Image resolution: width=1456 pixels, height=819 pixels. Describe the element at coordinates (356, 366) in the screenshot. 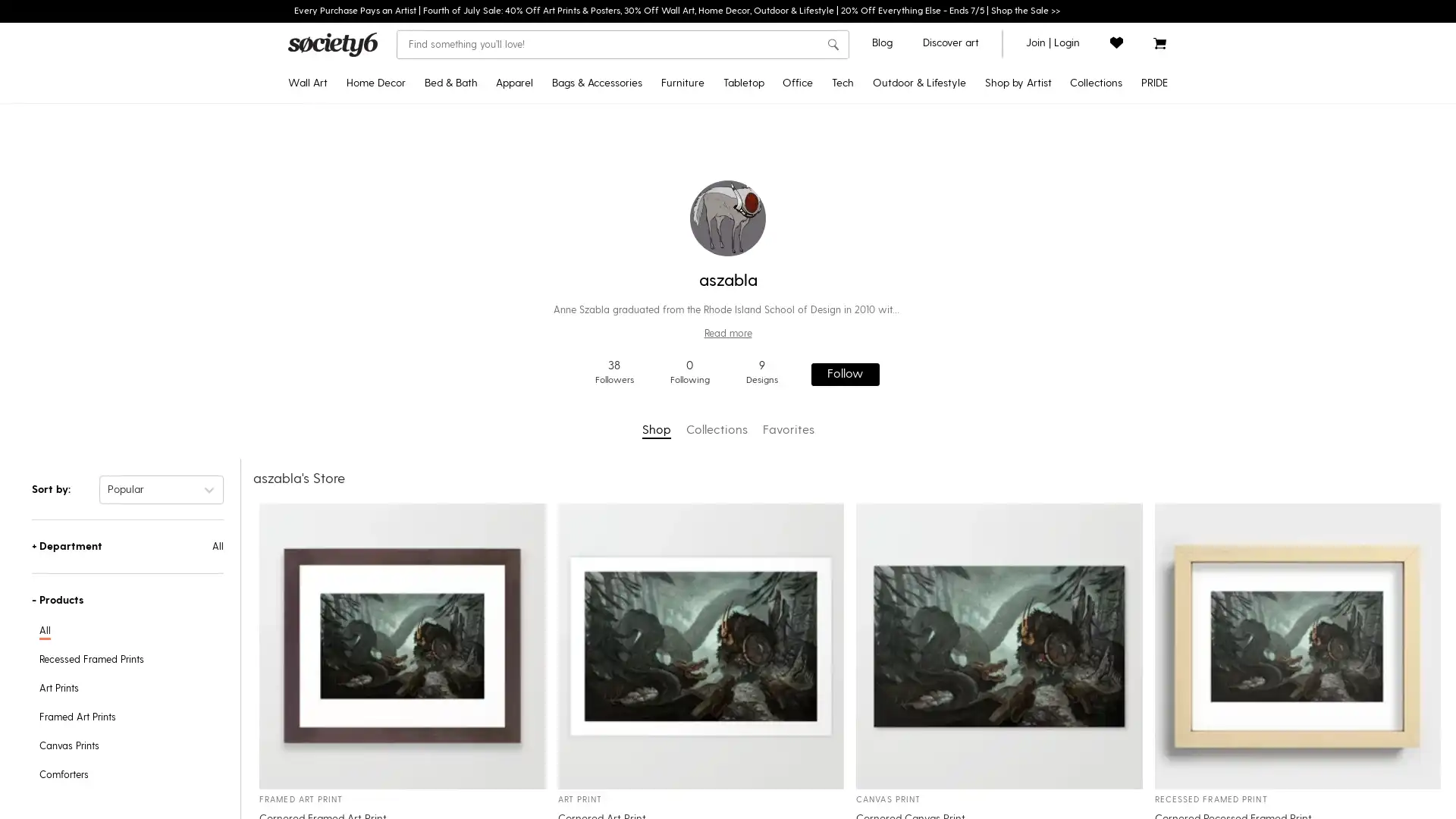

I see `Wood Wall Art` at that location.